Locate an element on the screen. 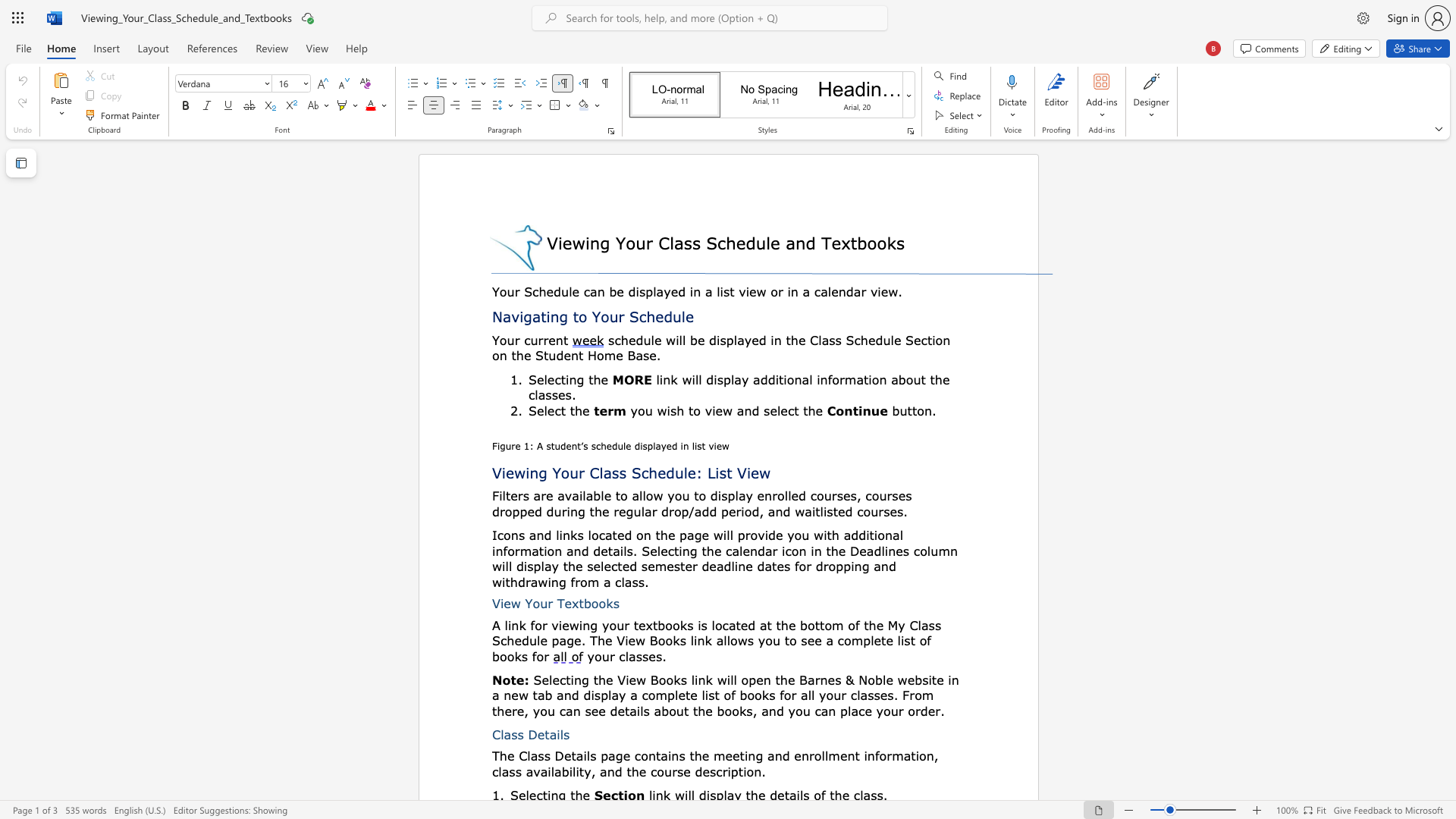 This screenshot has height=819, width=1456. the subset text "ks is" within the text "A link for viewing your textbooks is" is located at coordinates (679, 625).